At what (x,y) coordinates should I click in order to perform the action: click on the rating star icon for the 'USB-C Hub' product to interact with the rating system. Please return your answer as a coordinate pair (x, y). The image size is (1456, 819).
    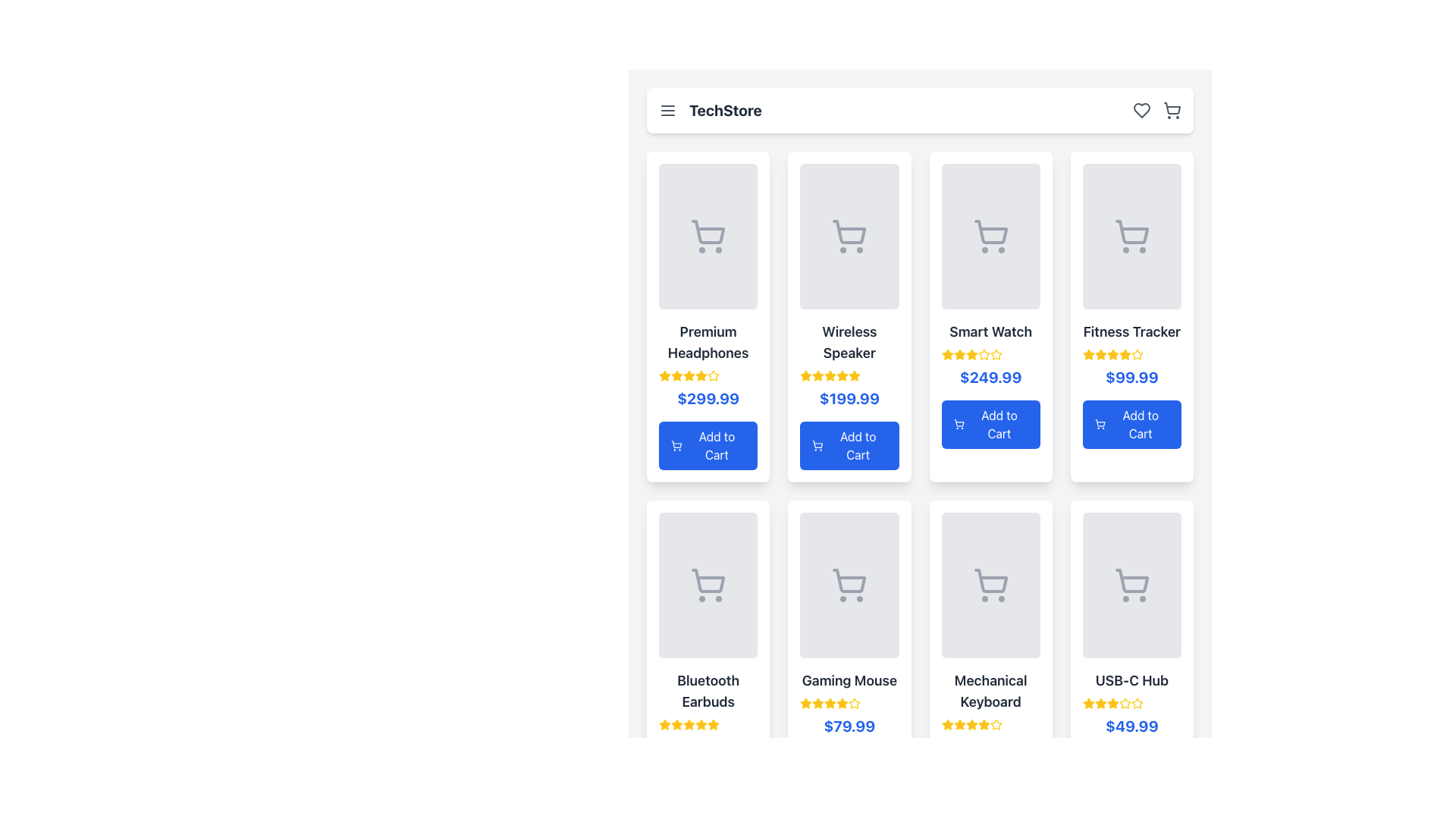
    Looking at the image, I should click on (1100, 703).